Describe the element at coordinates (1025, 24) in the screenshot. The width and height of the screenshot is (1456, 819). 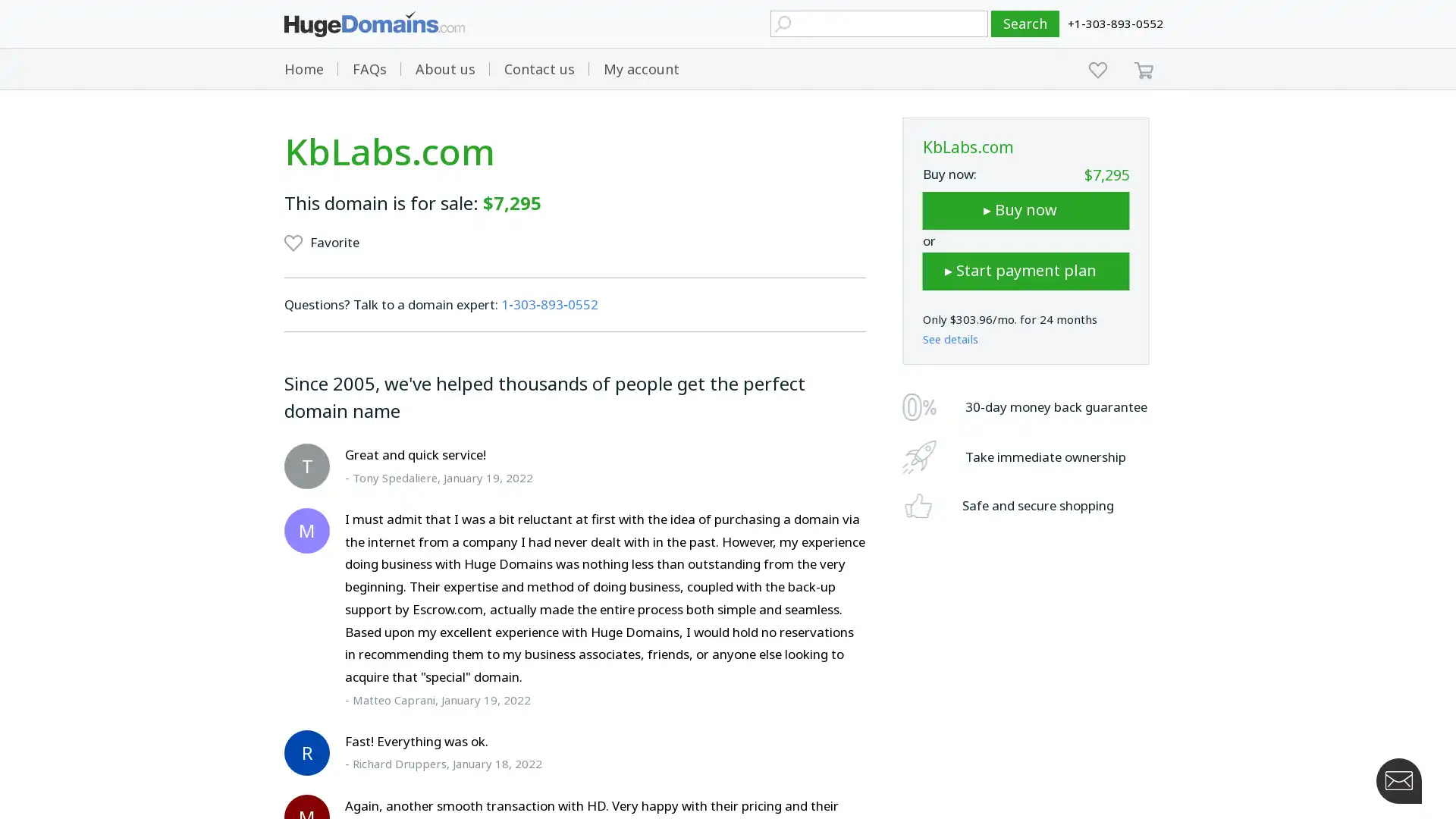
I see `Search` at that location.